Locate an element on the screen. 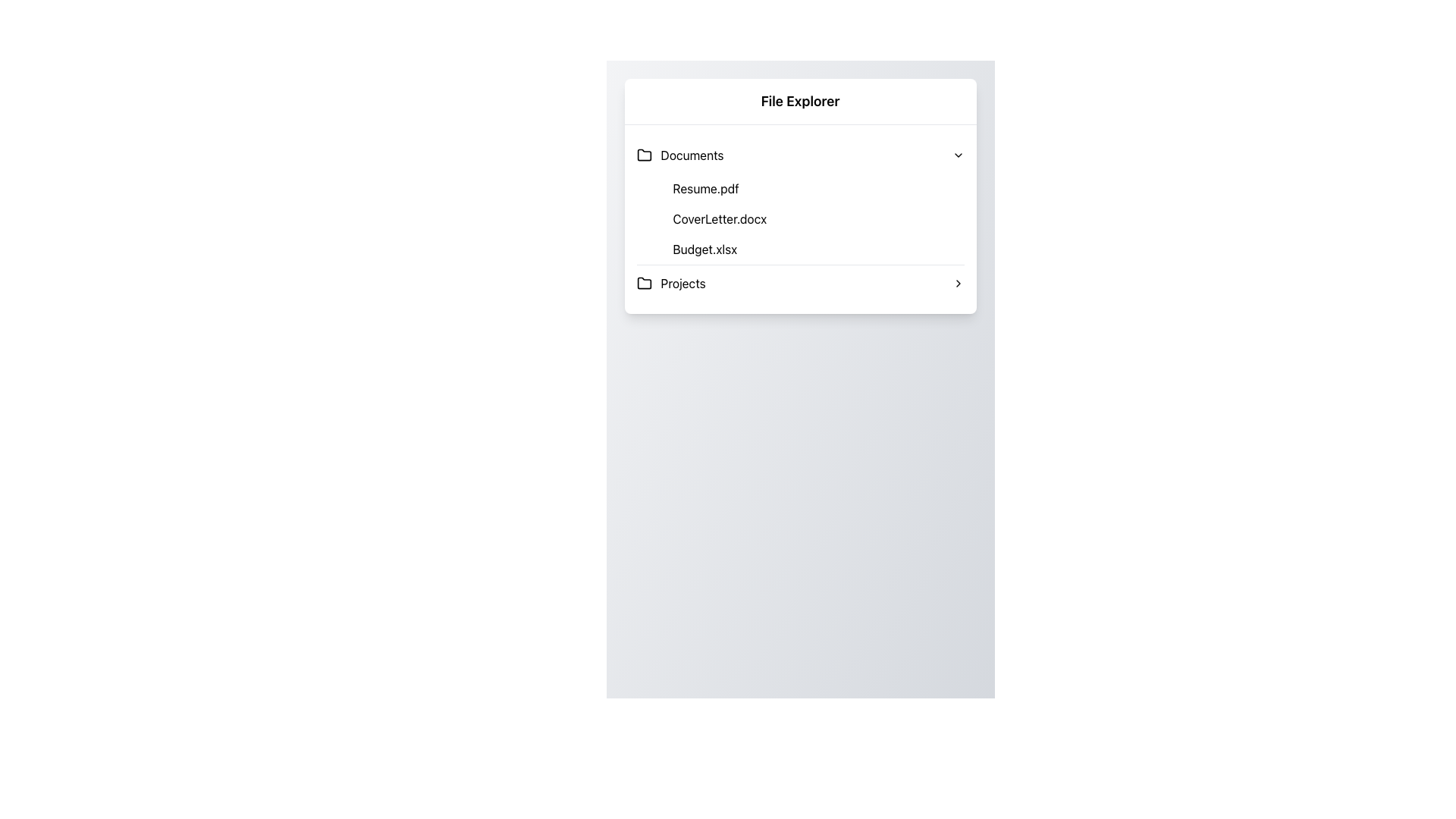 The image size is (1456, 819). the 'Documents' button in the File Explorer interface is located at coordinates (679, 155).